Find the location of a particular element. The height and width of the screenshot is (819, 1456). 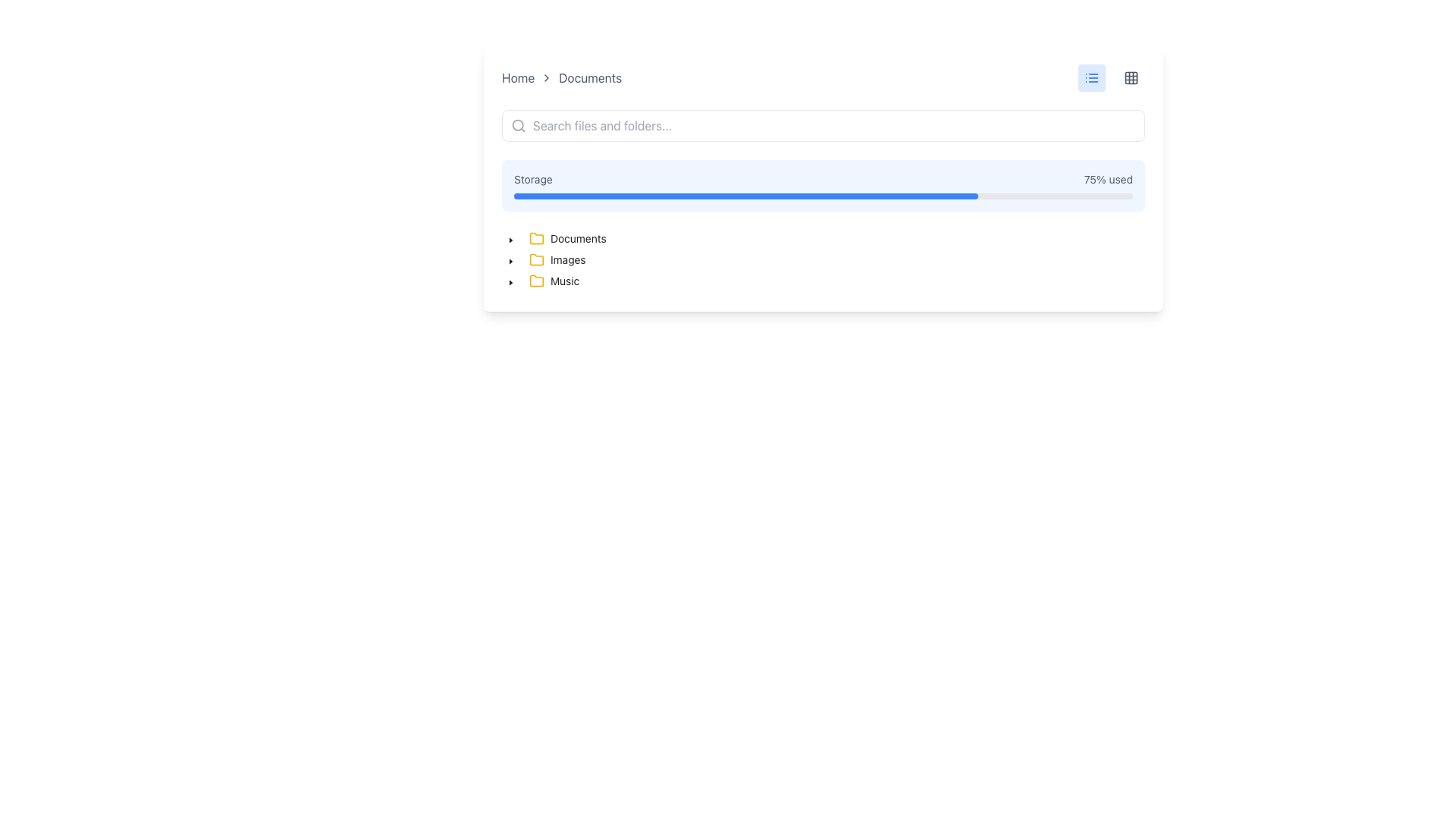

the bright yellow folder icon located adjacent to the text 'Music' in the 'Documents' section is located at coordinates (537, 281).